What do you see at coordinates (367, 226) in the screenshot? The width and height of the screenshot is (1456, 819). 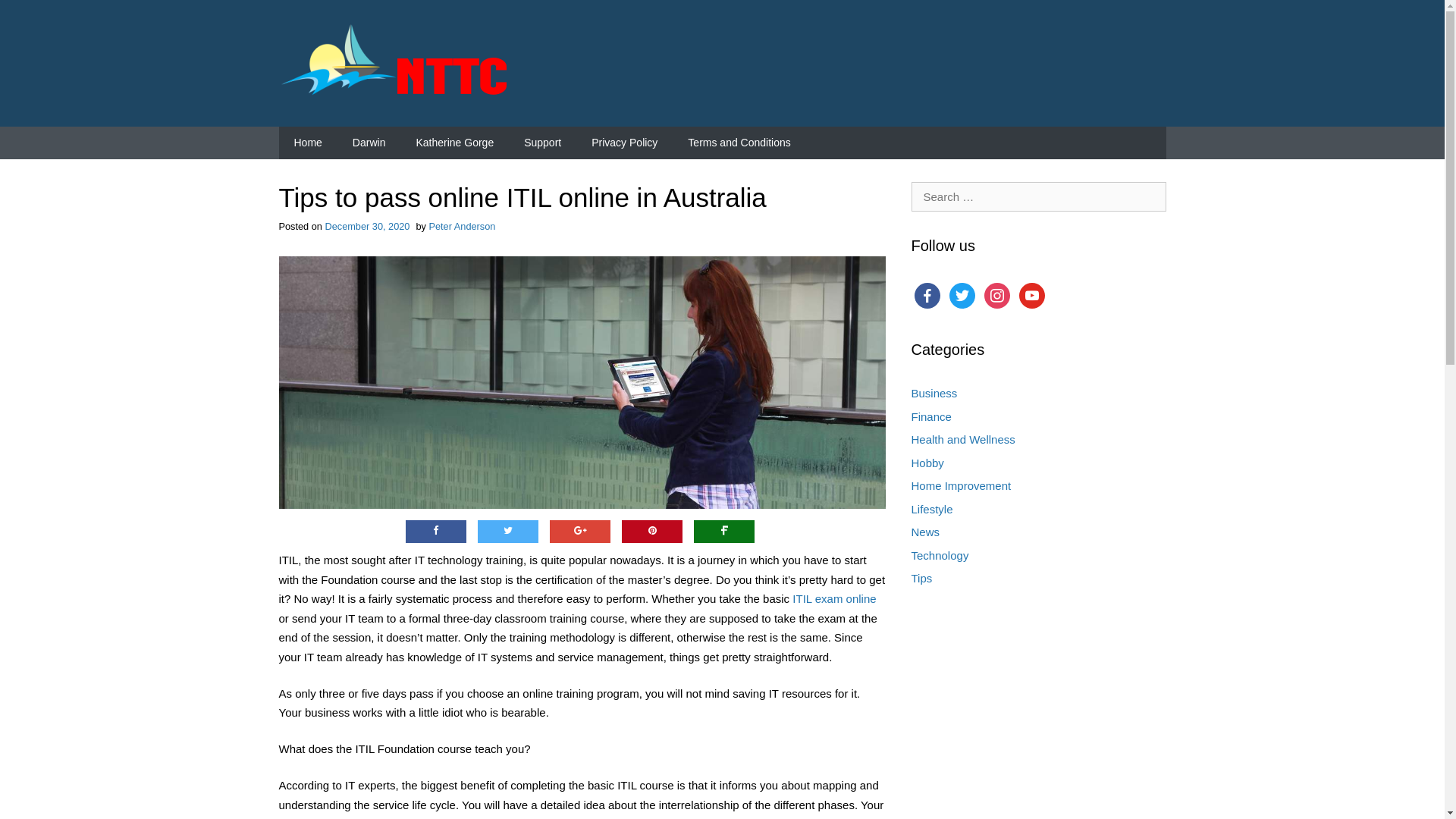 I see `'December 30, 2020'` at bounding box center [367, 226].